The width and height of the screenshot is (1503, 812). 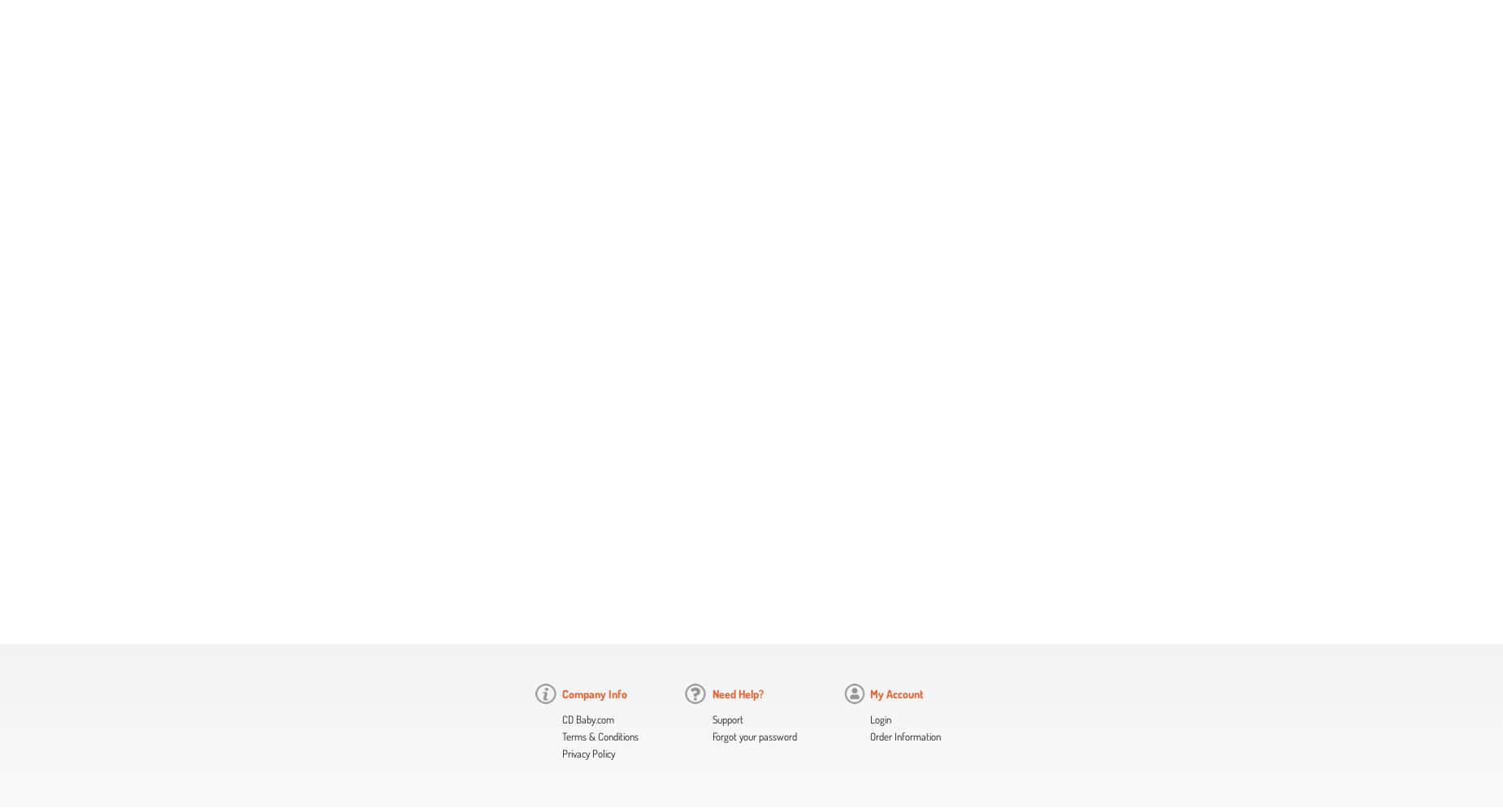 I want to click on 'Order Information', so click(x=904, y=736).